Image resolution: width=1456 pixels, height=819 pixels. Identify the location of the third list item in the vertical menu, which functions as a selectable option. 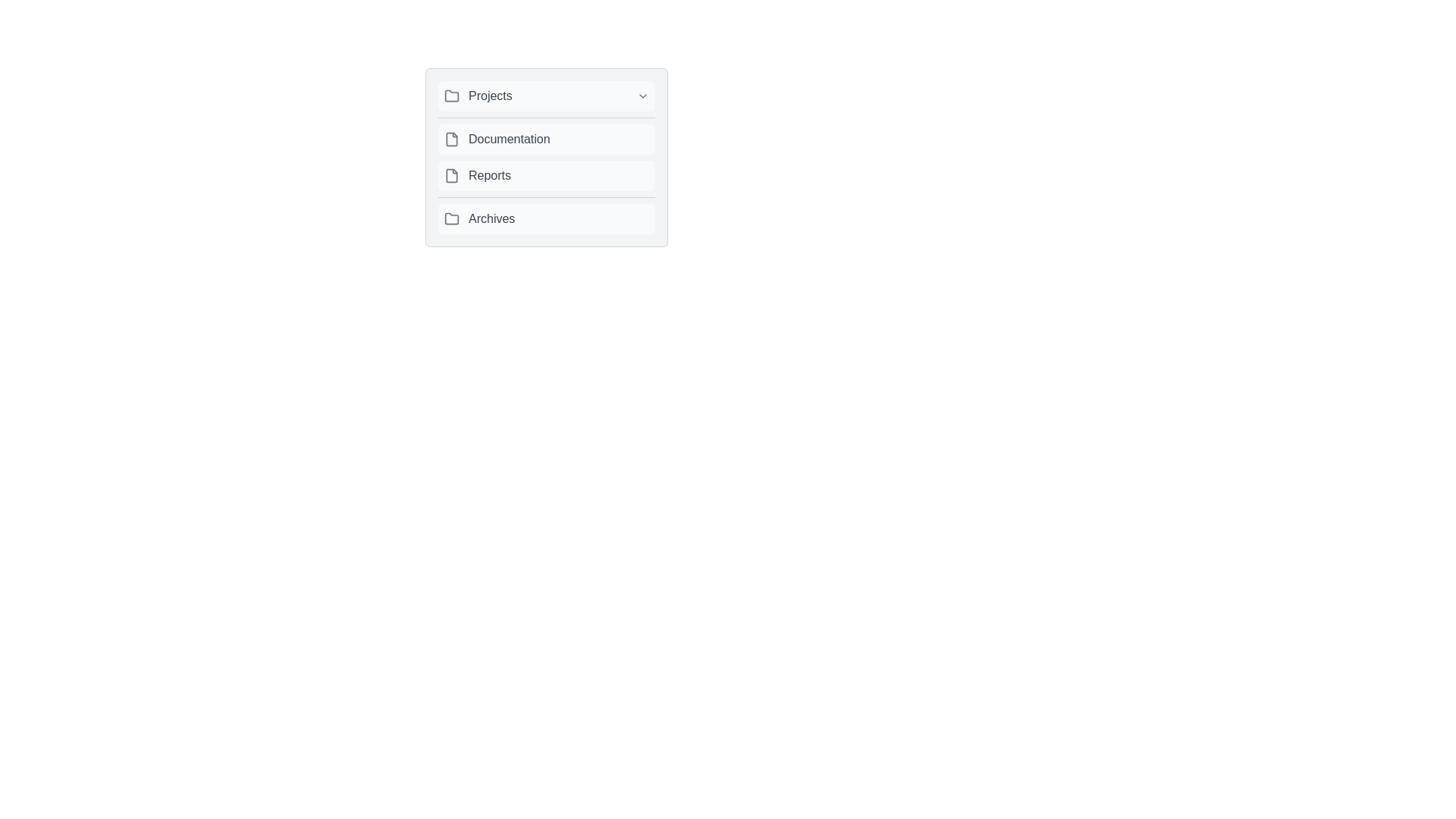
(546, 174).